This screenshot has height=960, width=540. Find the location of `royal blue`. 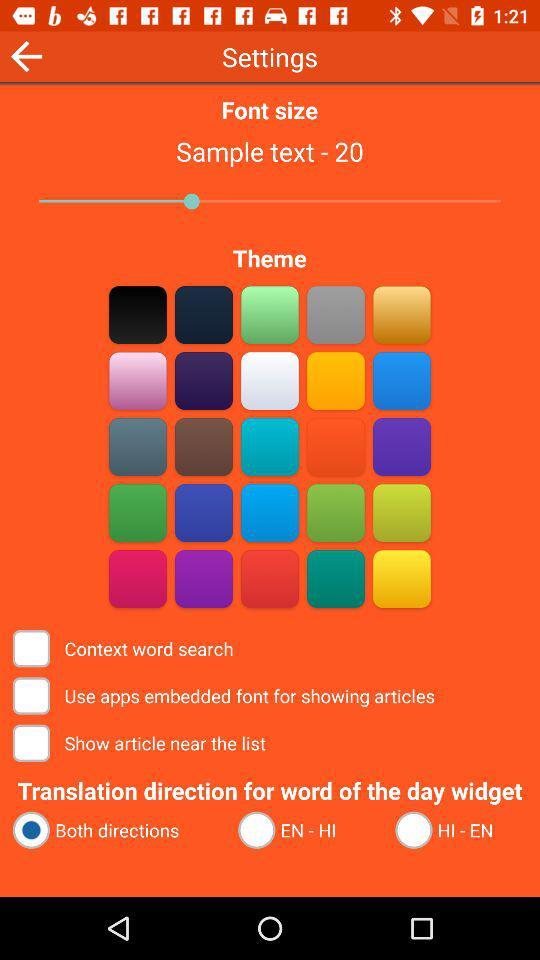

royal blue is located at coordinates (203, 512).